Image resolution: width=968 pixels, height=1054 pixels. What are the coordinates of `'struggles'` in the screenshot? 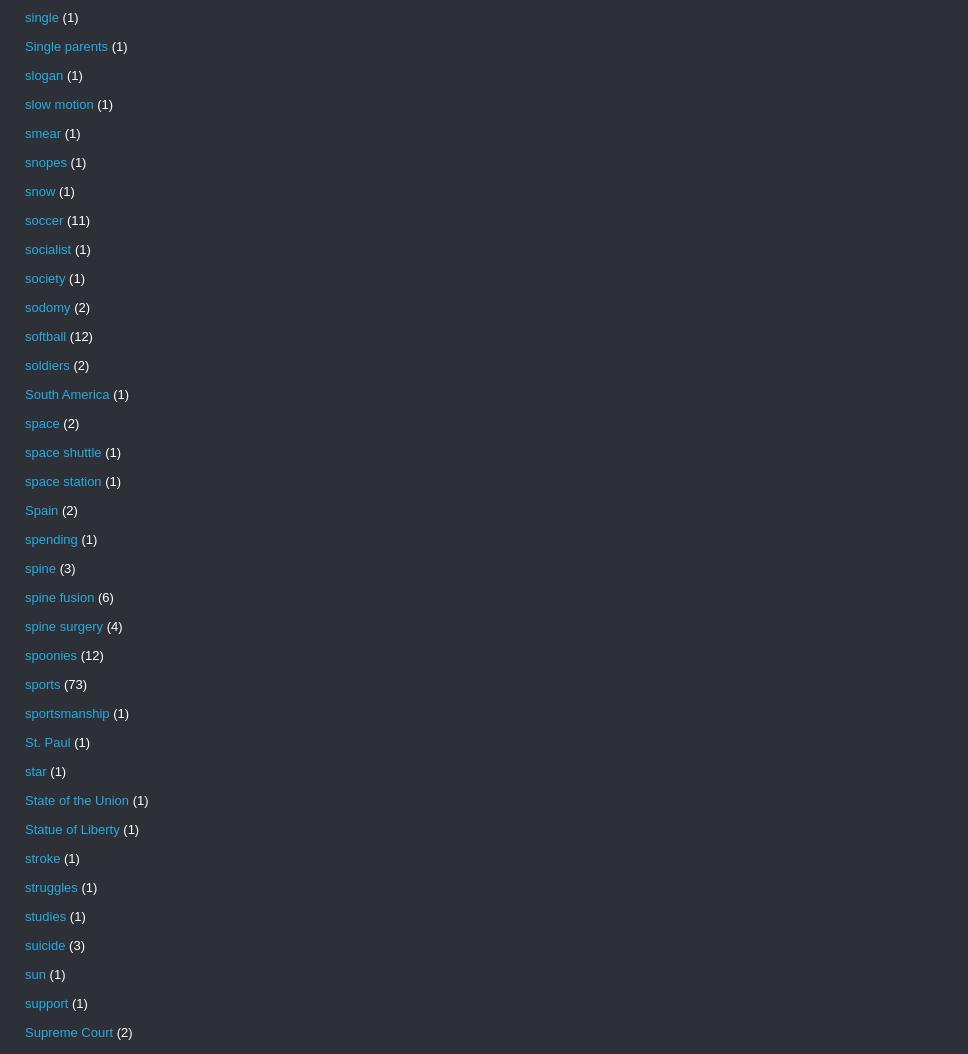 It's located at (50, 887).